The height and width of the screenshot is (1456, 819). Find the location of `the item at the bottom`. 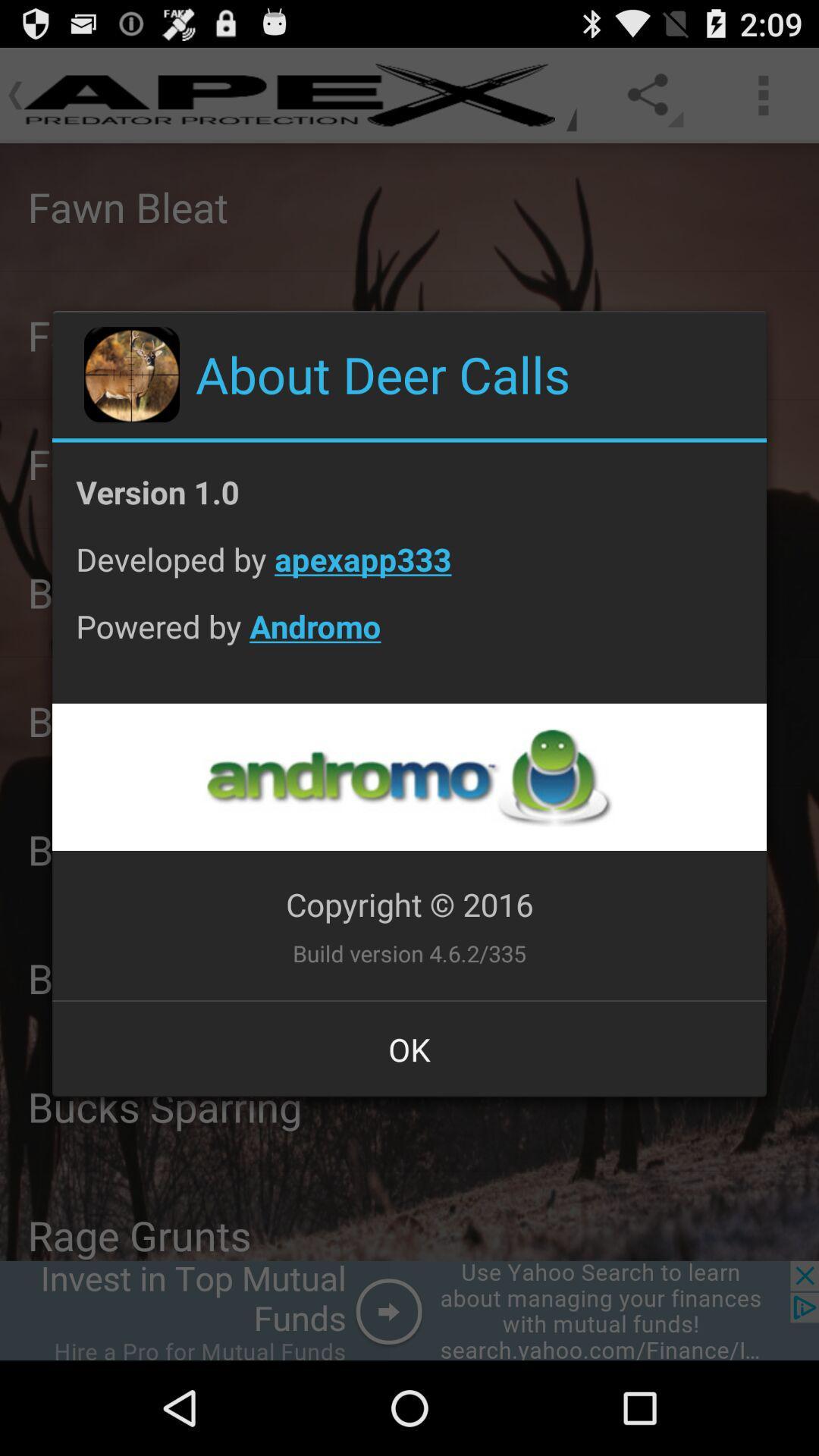

the item at the bottom is located at coordinates (409, 1048).